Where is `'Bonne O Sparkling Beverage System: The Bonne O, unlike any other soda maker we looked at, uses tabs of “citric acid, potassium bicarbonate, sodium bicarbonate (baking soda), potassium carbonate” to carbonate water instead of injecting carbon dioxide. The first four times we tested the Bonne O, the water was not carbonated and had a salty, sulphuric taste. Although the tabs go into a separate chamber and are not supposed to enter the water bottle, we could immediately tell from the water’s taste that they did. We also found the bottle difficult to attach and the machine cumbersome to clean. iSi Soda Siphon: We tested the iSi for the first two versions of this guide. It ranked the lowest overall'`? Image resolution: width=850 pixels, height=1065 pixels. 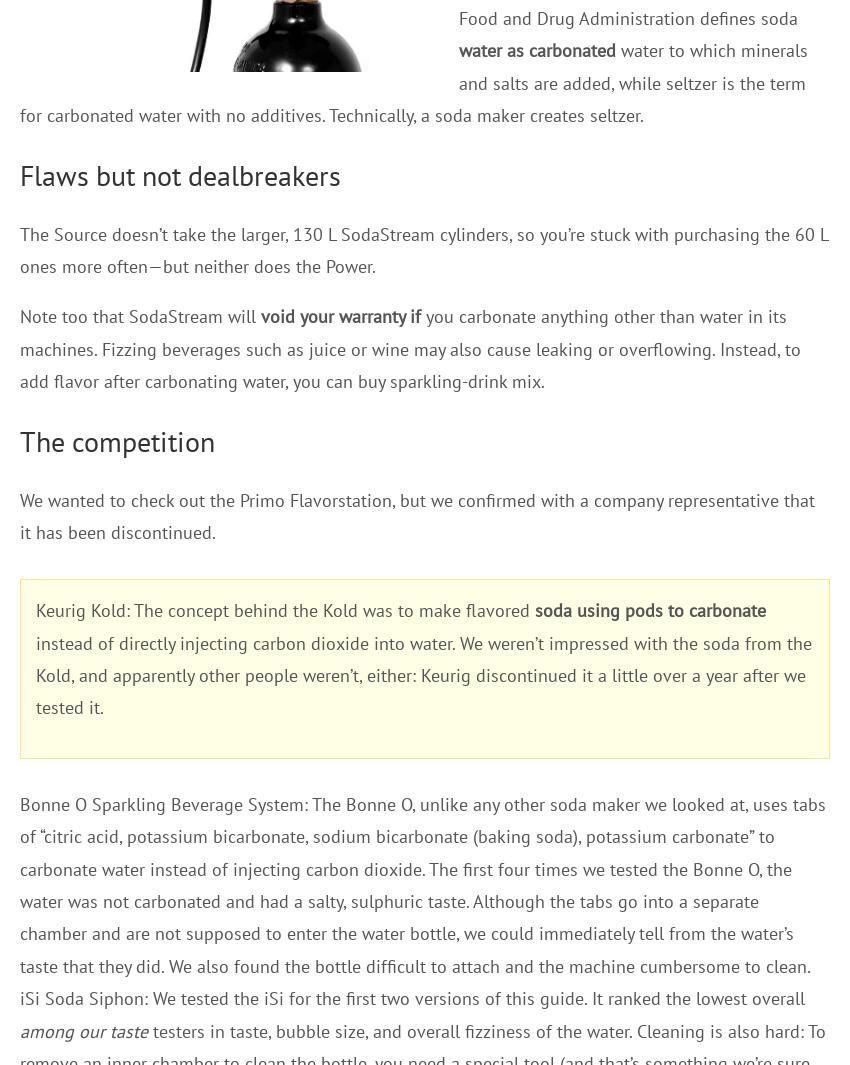
'Bonne O Sparkling Beverage System: The Bonne O, unlike any other soda maker we looked at, uses tabs of “citric acid, potassium bicarbonate, sodium bicarbonate (baking soda), potassium carbonate” to carbonate water instead of injecting carbon dioxide. The first four times we tested the Bonne O, the water was not carbonated and had a salty, sulphuric taste. Although the tabs go into a separate chamber and are not supposed to enter the water bottle, we could immediately tell from the water’s taste that they did. We also found the bottle difficult to attach and the machine cumbersome to clean. iSi Soda Siphon: We tested the iSi for the first two versions of this guide. It ranked the lowest overall' is located at coordinates (422, 900).